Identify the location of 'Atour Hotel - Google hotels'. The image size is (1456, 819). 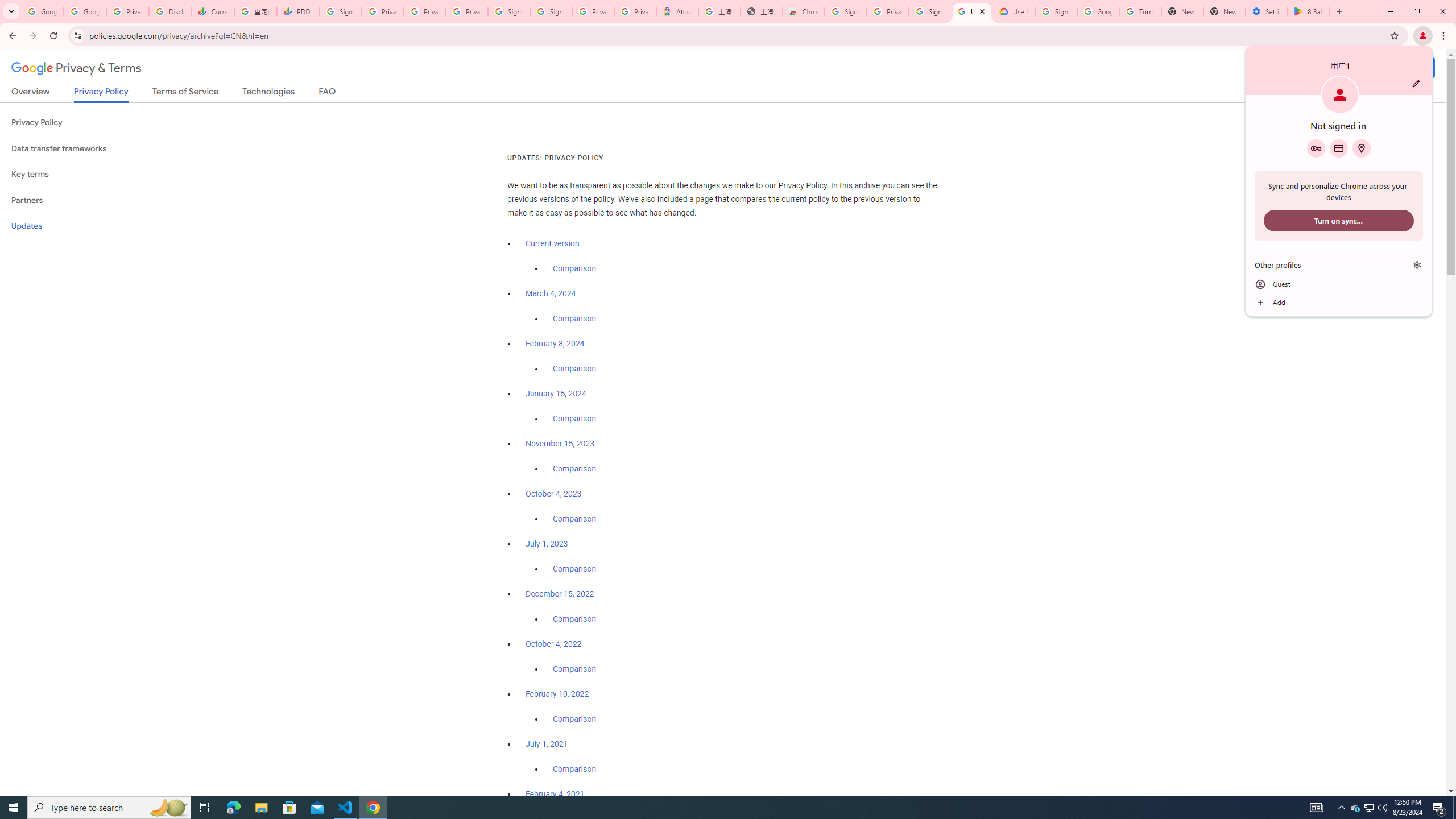
(677, 11).